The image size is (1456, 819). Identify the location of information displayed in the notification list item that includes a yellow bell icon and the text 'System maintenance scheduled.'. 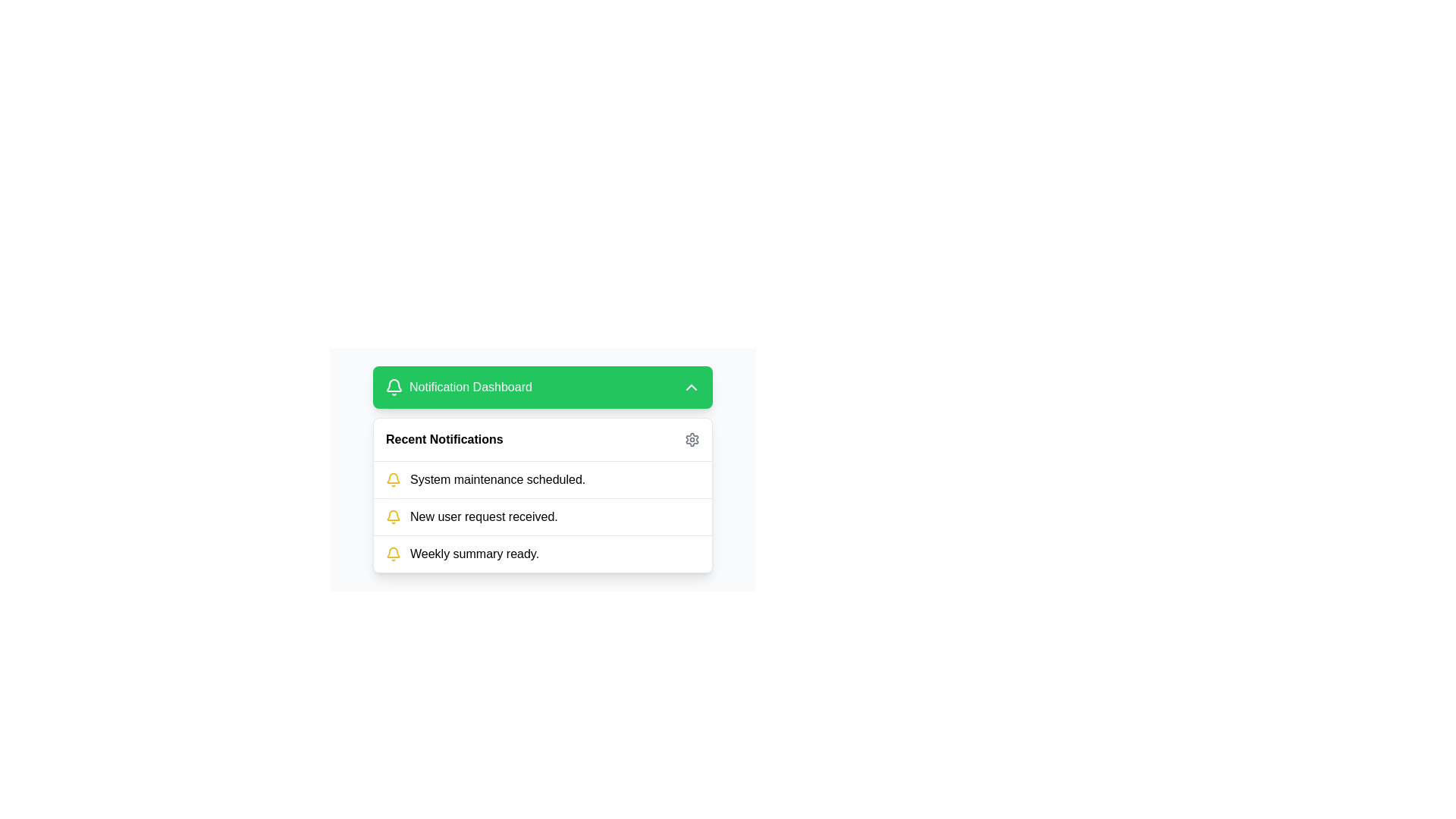
(542, 479).